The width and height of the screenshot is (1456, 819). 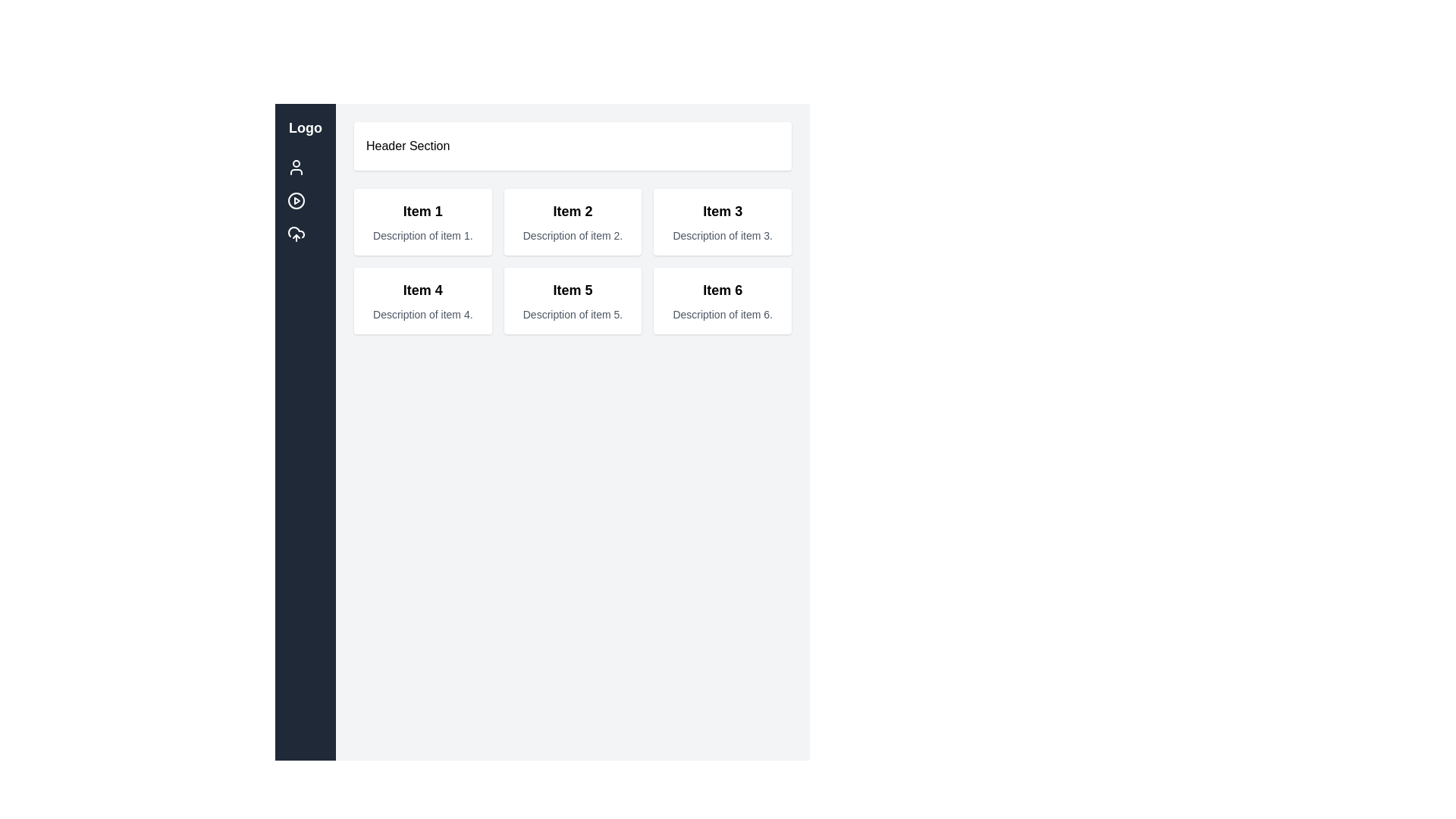 I want to click on the circular border element that is part of the SVG icon featuring a play button, located in the vertical navigation sidebar, so click(x=296, y=200).